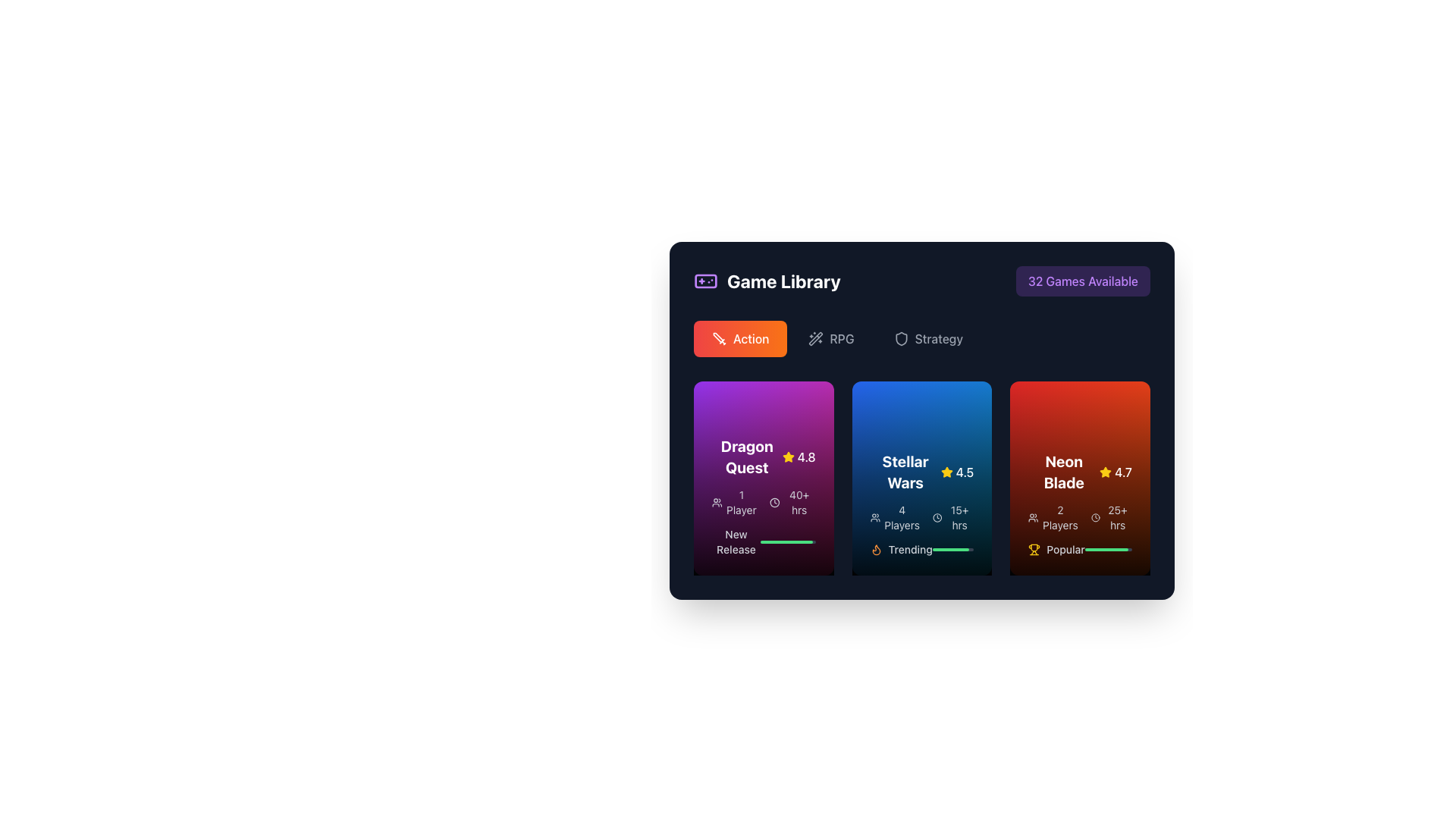 This screenshot has height=819, width=1456. Describe the element at coordinates (921, 516) in the screenshot. I see `the informational label that displays '4 Players' and '15+ hrs' under the 'Stellar Wars' title in the 'Game Library' section` at that location.